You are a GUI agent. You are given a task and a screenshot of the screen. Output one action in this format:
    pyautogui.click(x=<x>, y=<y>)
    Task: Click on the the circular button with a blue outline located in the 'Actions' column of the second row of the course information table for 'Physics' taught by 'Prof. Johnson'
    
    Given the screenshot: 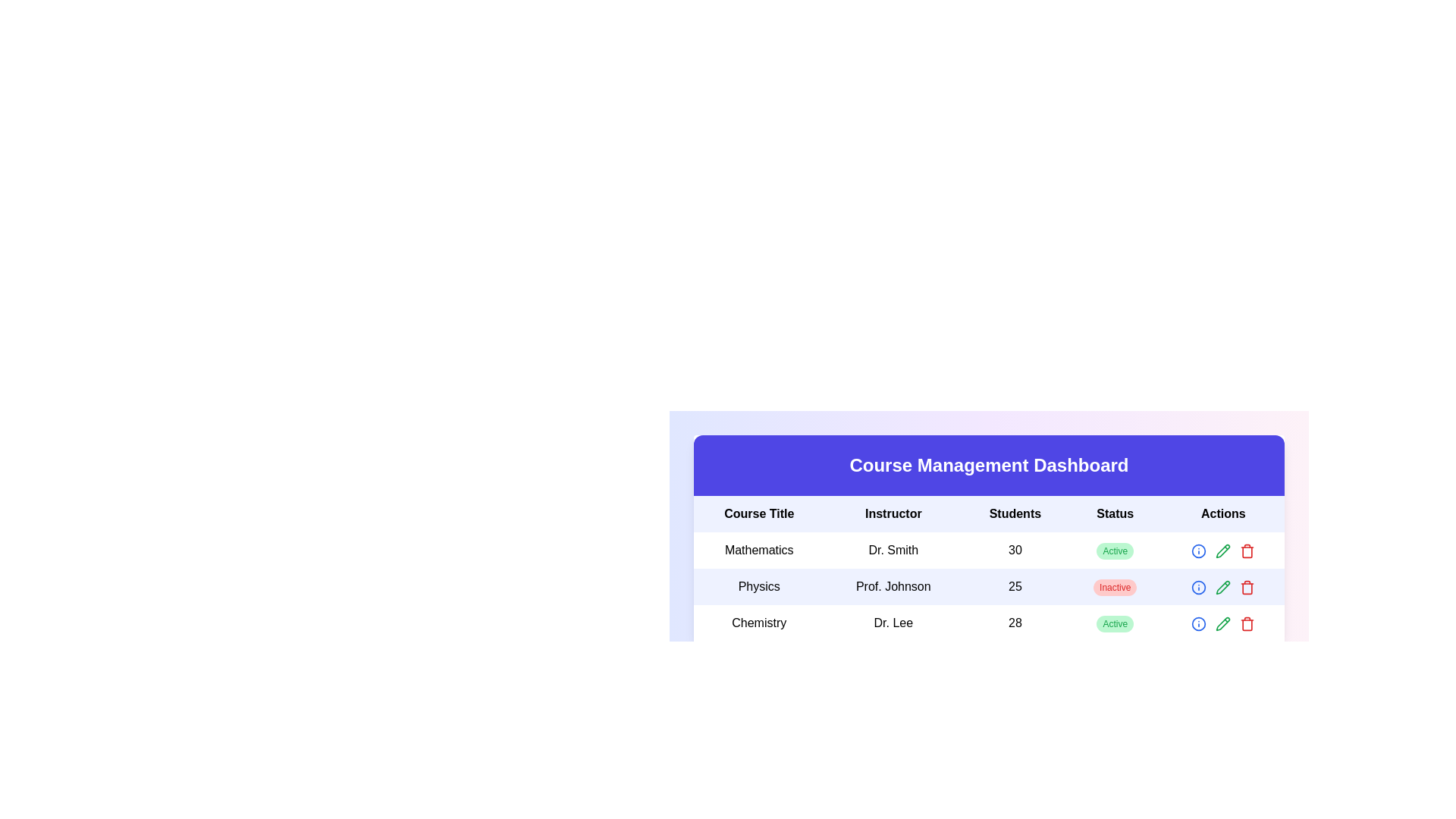 What is the action you would take?
    pyautogui.click(x=1198, y=551)
    